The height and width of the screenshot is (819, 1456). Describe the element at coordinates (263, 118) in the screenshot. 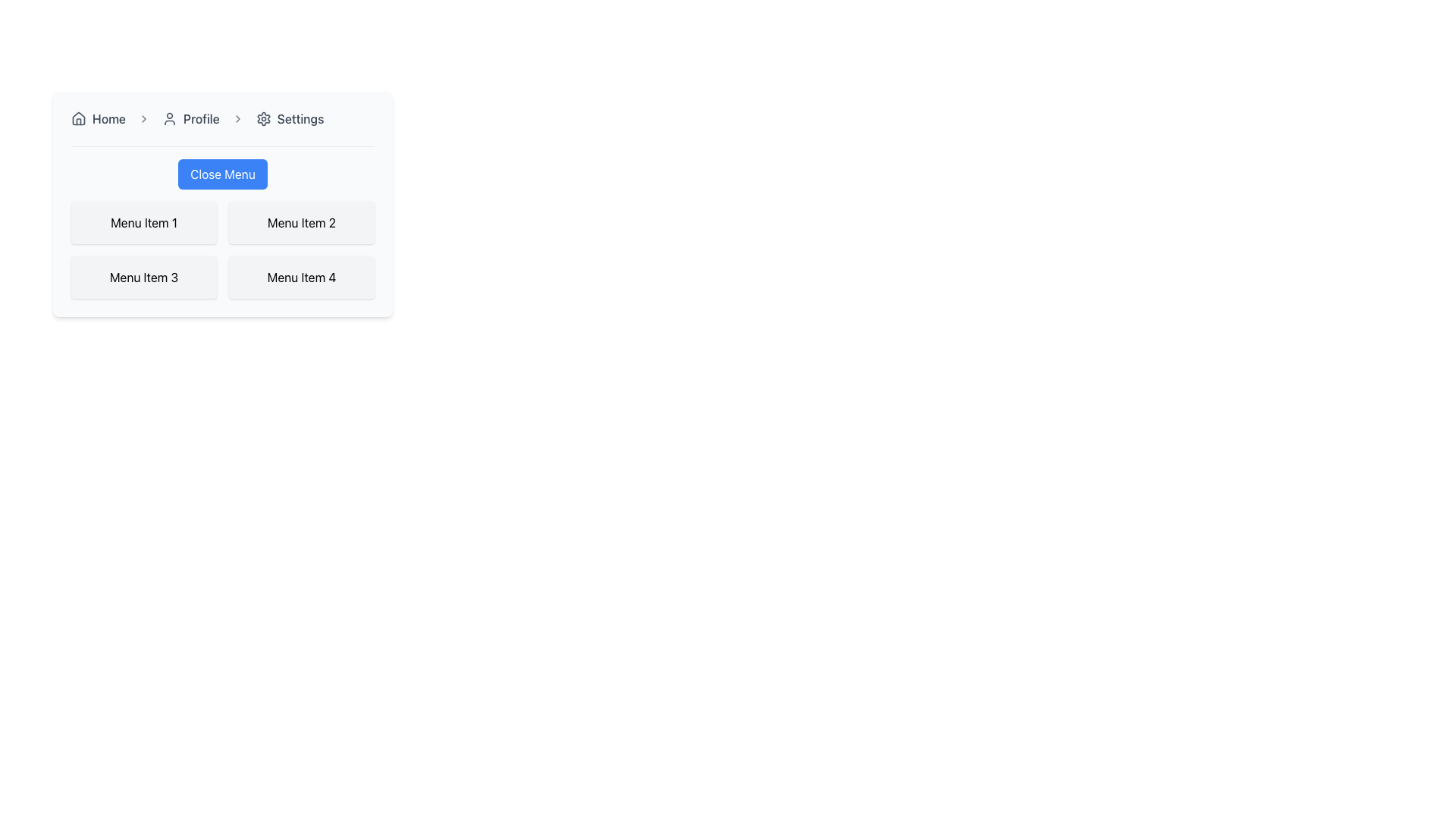

I see `the gear icon located in the upper-right quadrant of the interface, which is immediately to the left of the 'Settings' text` at that location.